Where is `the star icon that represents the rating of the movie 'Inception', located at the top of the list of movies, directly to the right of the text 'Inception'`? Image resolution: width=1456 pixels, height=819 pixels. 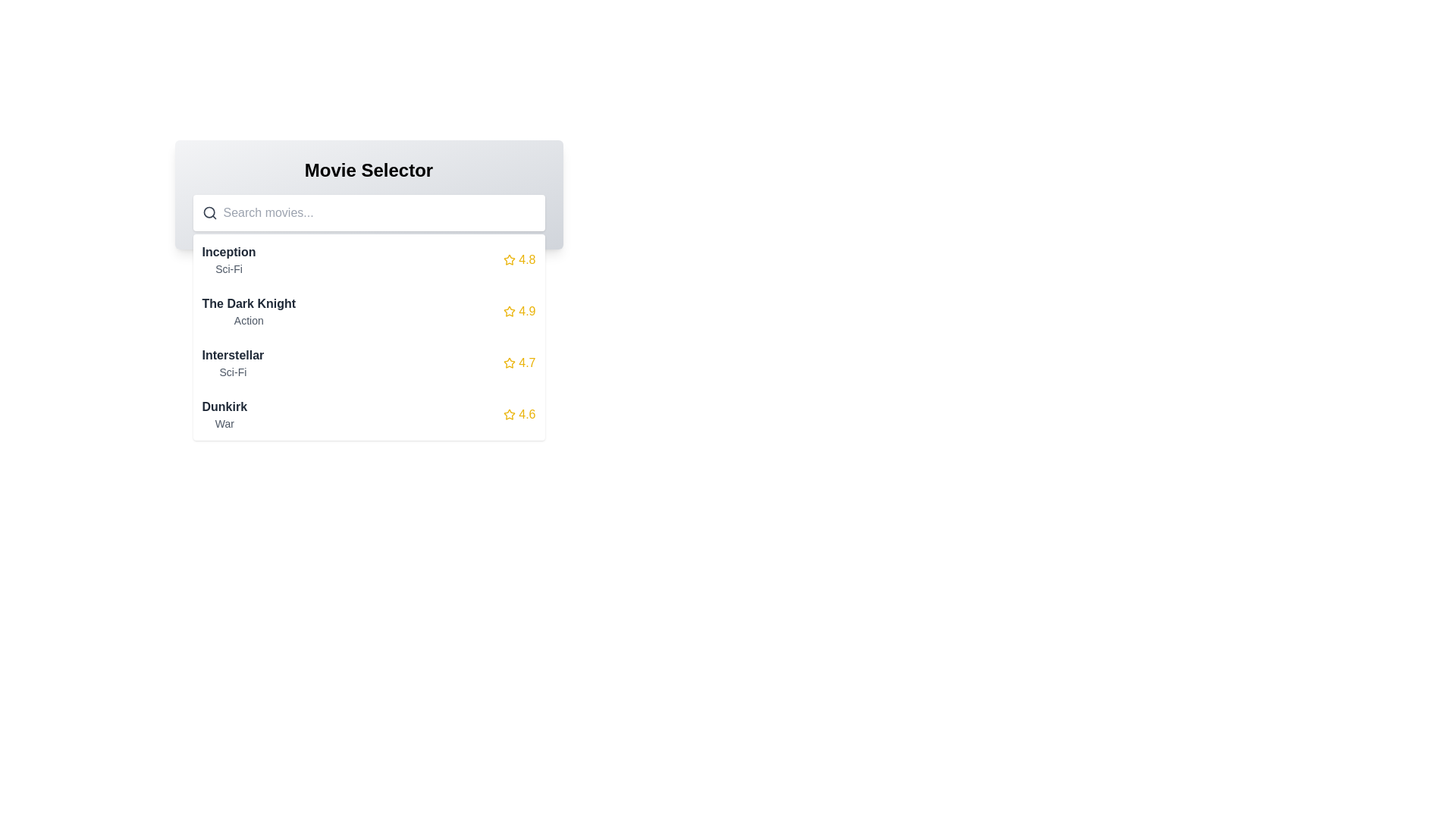
the star icon that represents the rating of the movie 'Inception', located at the top of the list of movies, directly to the right of the text 'Inception' is located at coordinates (510, 259).